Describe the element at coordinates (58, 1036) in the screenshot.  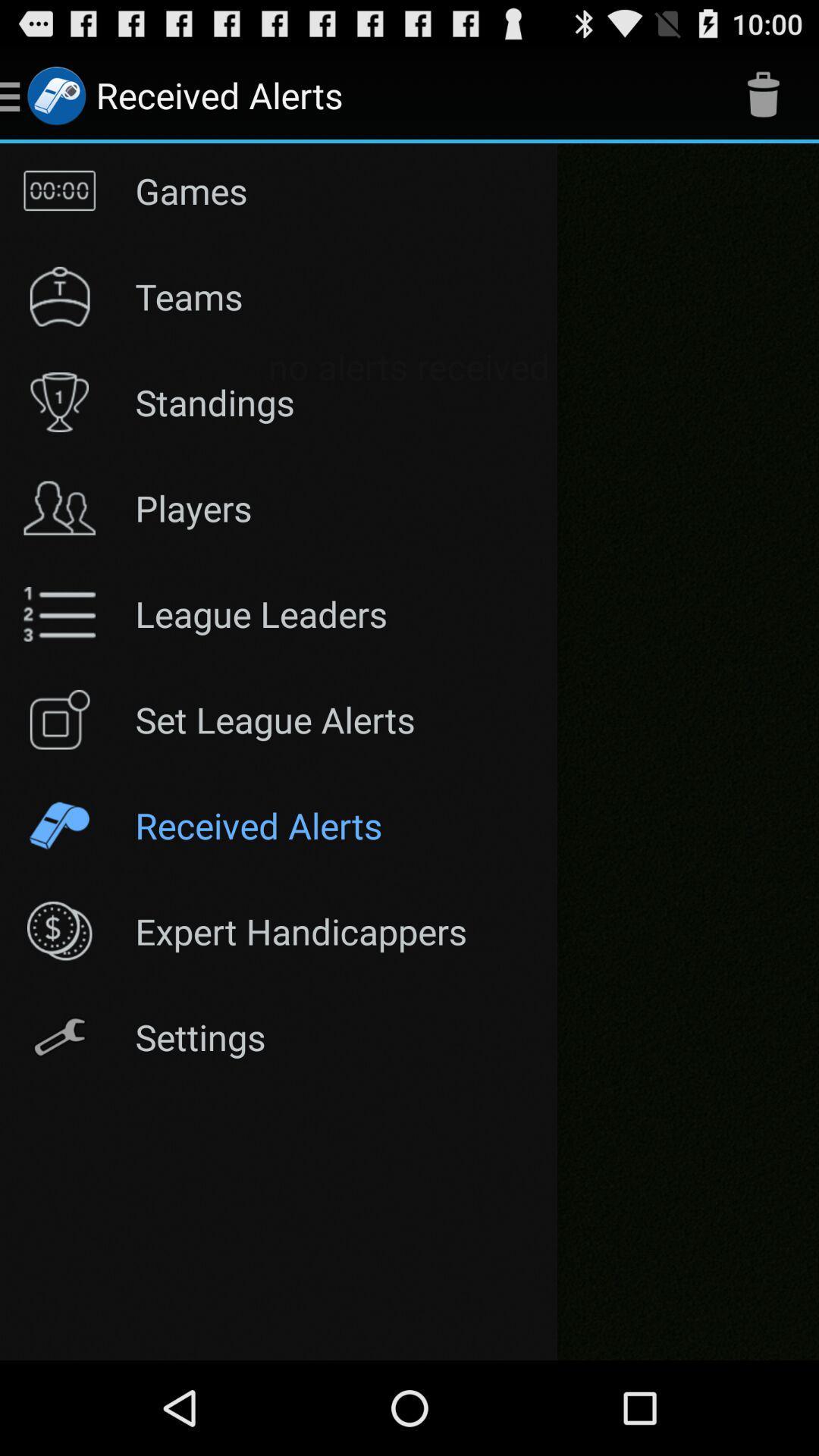
I see `the icon which is left side of settings` at that location.